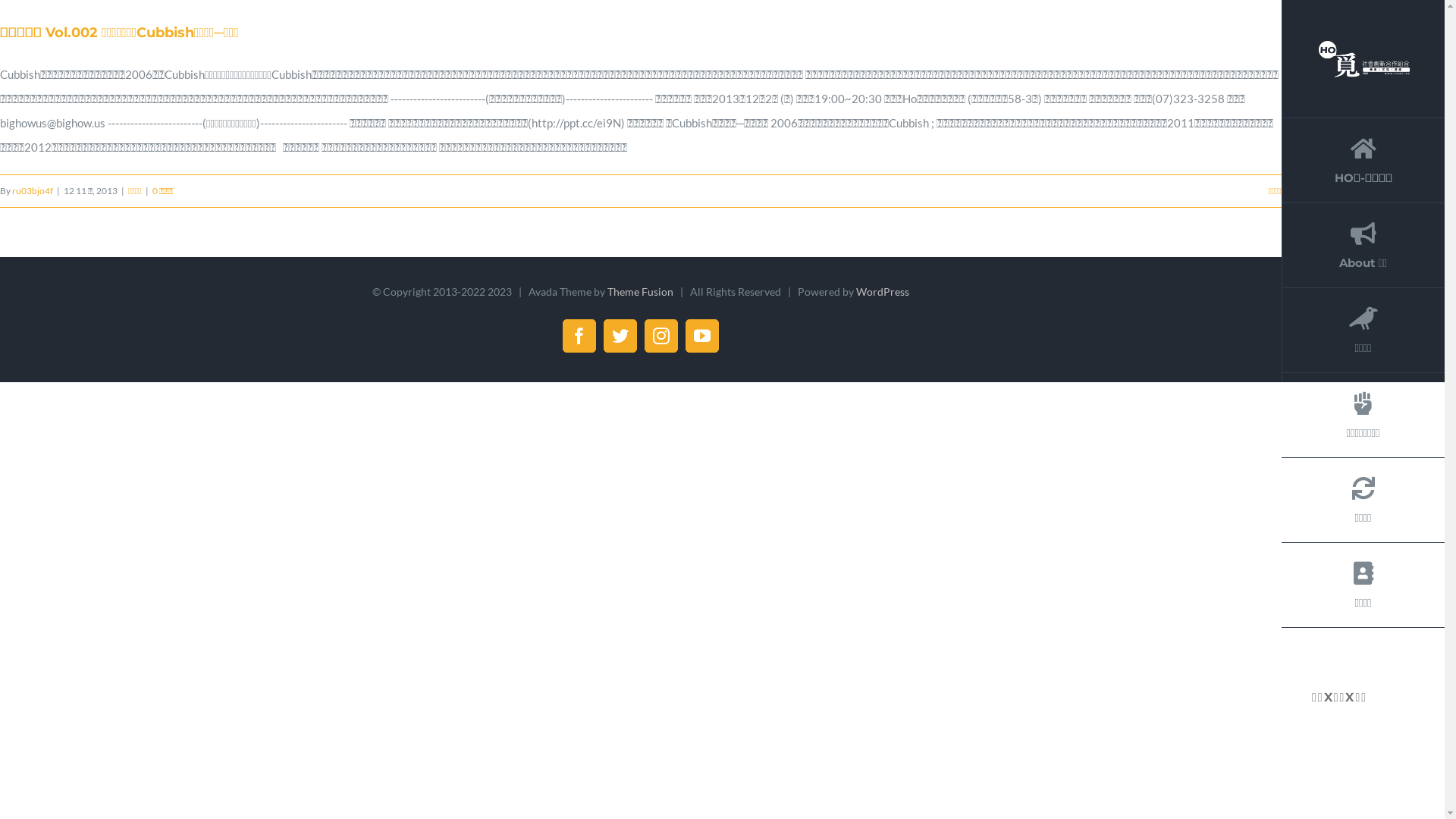 This screenshot has width=1456, height=819. I want to click on 'Instagram', so click(661, 335).